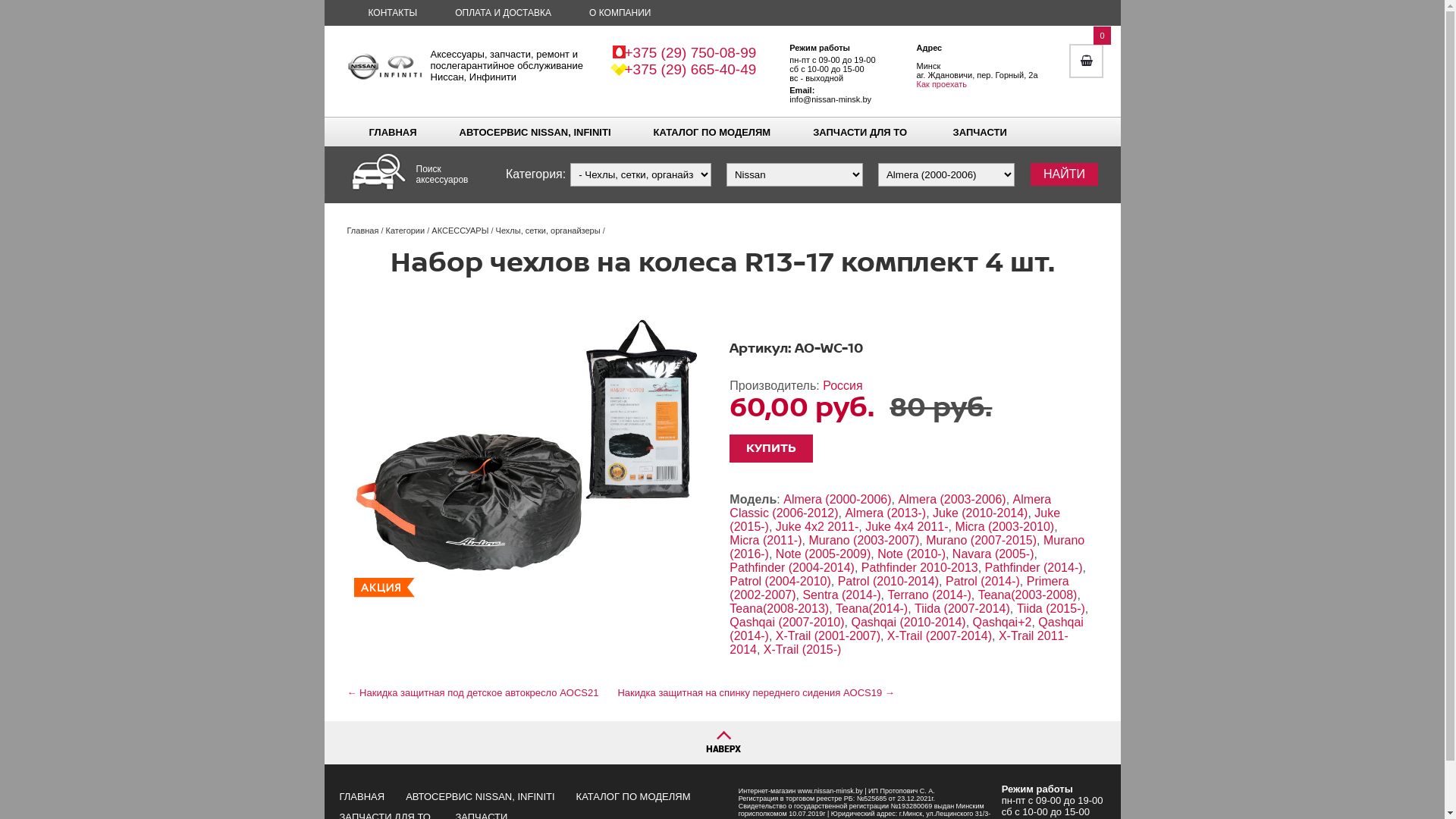  Describe the element at coordinates (1085, 39) in the screenshot. I see `'0'` at that location.